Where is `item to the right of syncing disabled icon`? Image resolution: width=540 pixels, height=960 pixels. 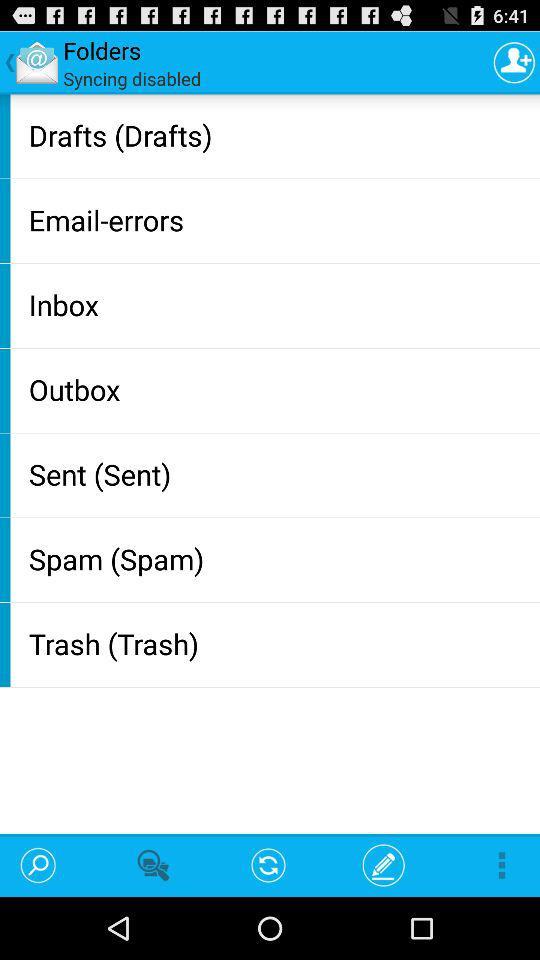 item to the right of syncing disabled icon is located at coordinates (514, 62).